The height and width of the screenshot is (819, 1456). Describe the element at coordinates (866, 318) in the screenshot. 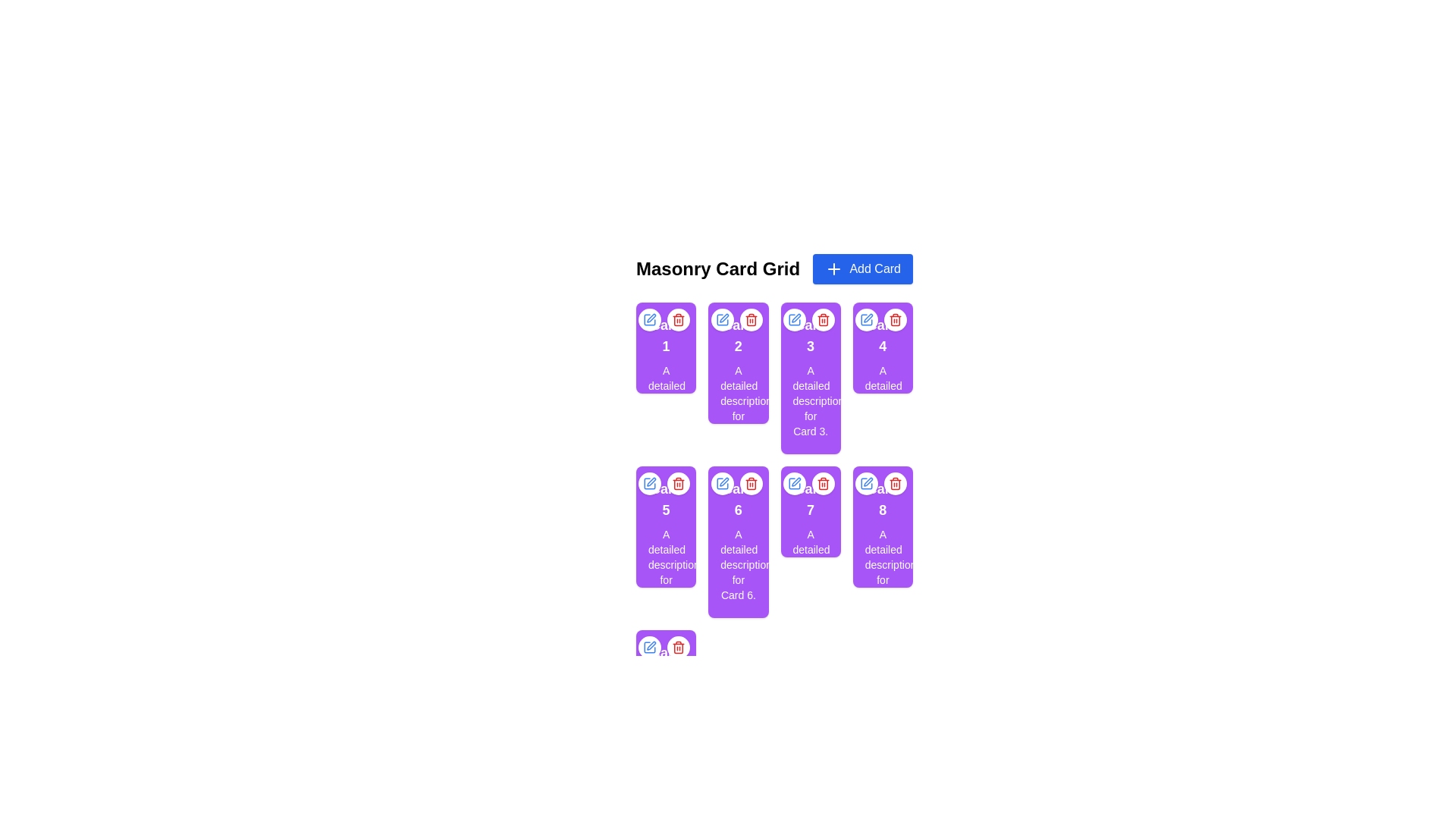

I see `the circular button with a white background and a pen icon located at the top-right corner of the fourth card in the grid layout to trigger the hover effect` at that location.